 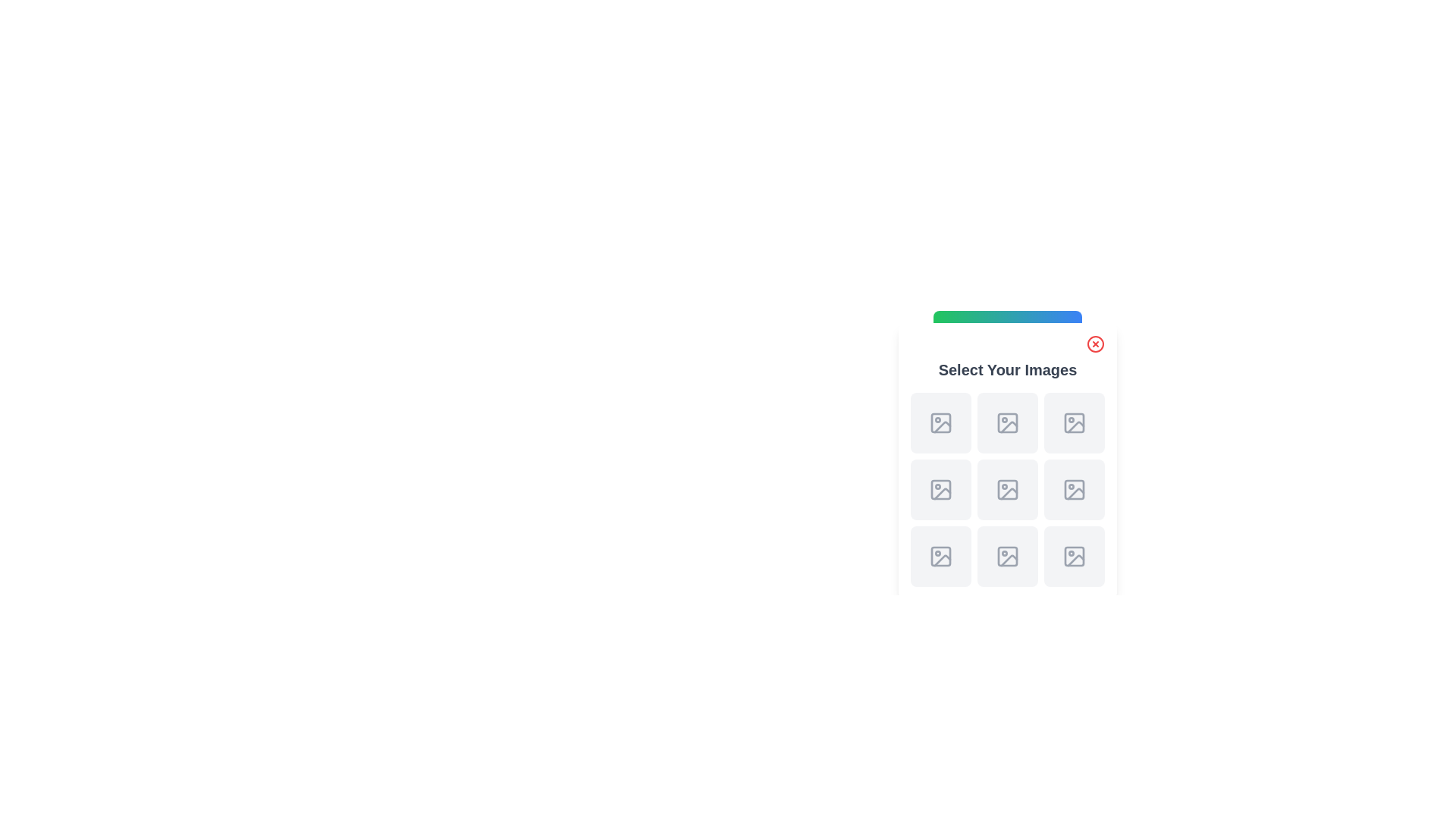 I want to click on the Icon Button located in the last row, middle column of the grid, which features a light gray background and an image placeholder icon, so click(x=1008, y=556).